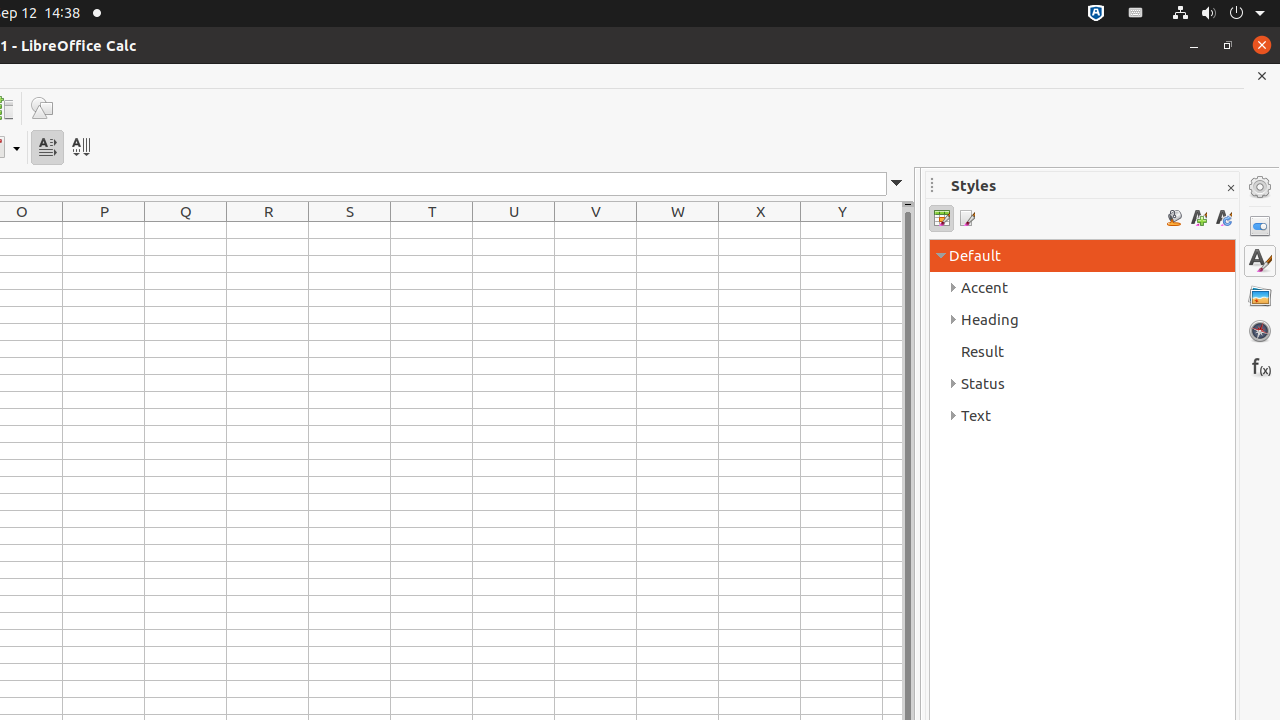 This screenshot has height=720, width=1280. What do you see at coordinates (678, 229) in the screenshot?
I see `'W1'` at bounding box center [678, 229].